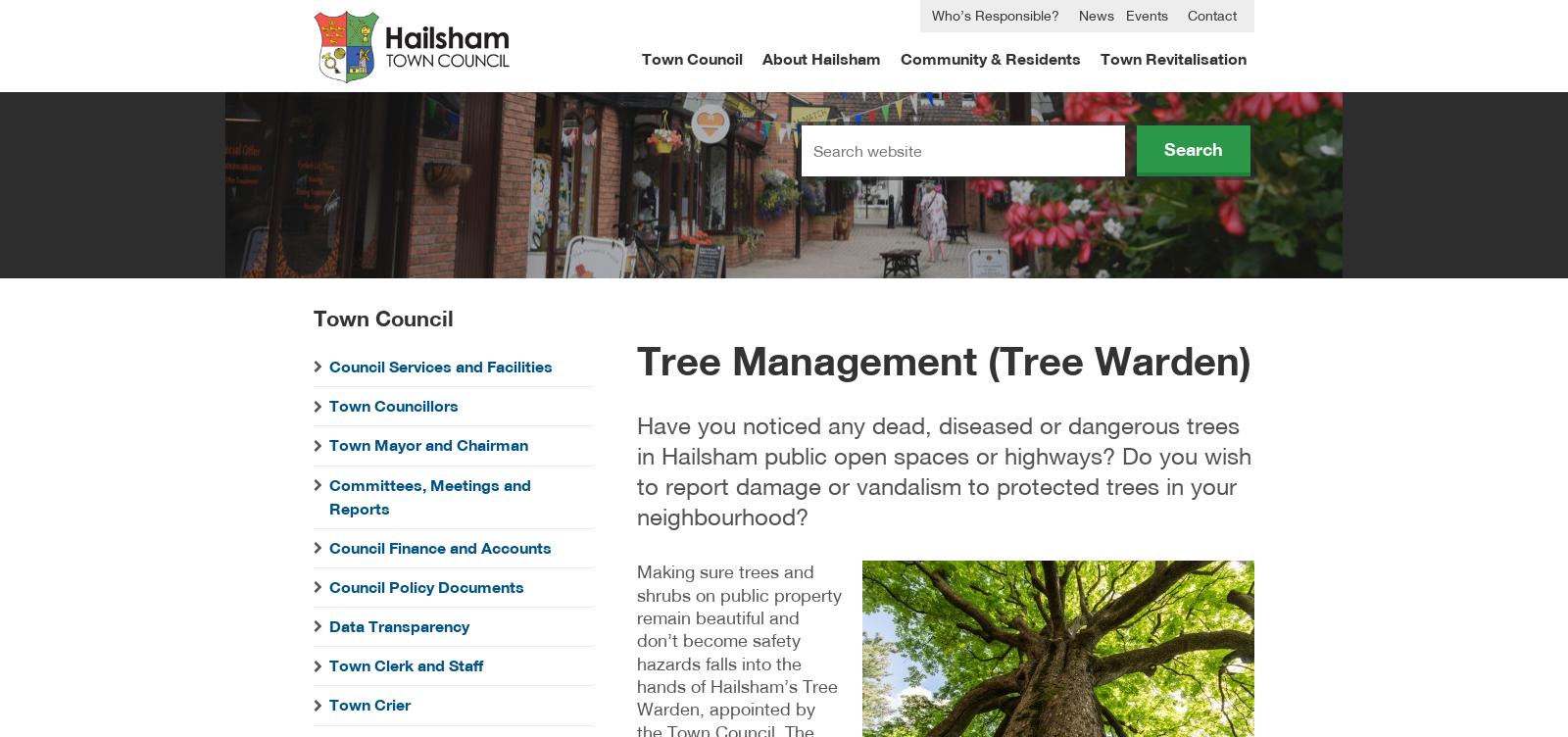  What do you see at coordinates (943, 358) in the screenshot?
I see `'Tree Management (Tree Warden)'` at bounding box center [943, 358].